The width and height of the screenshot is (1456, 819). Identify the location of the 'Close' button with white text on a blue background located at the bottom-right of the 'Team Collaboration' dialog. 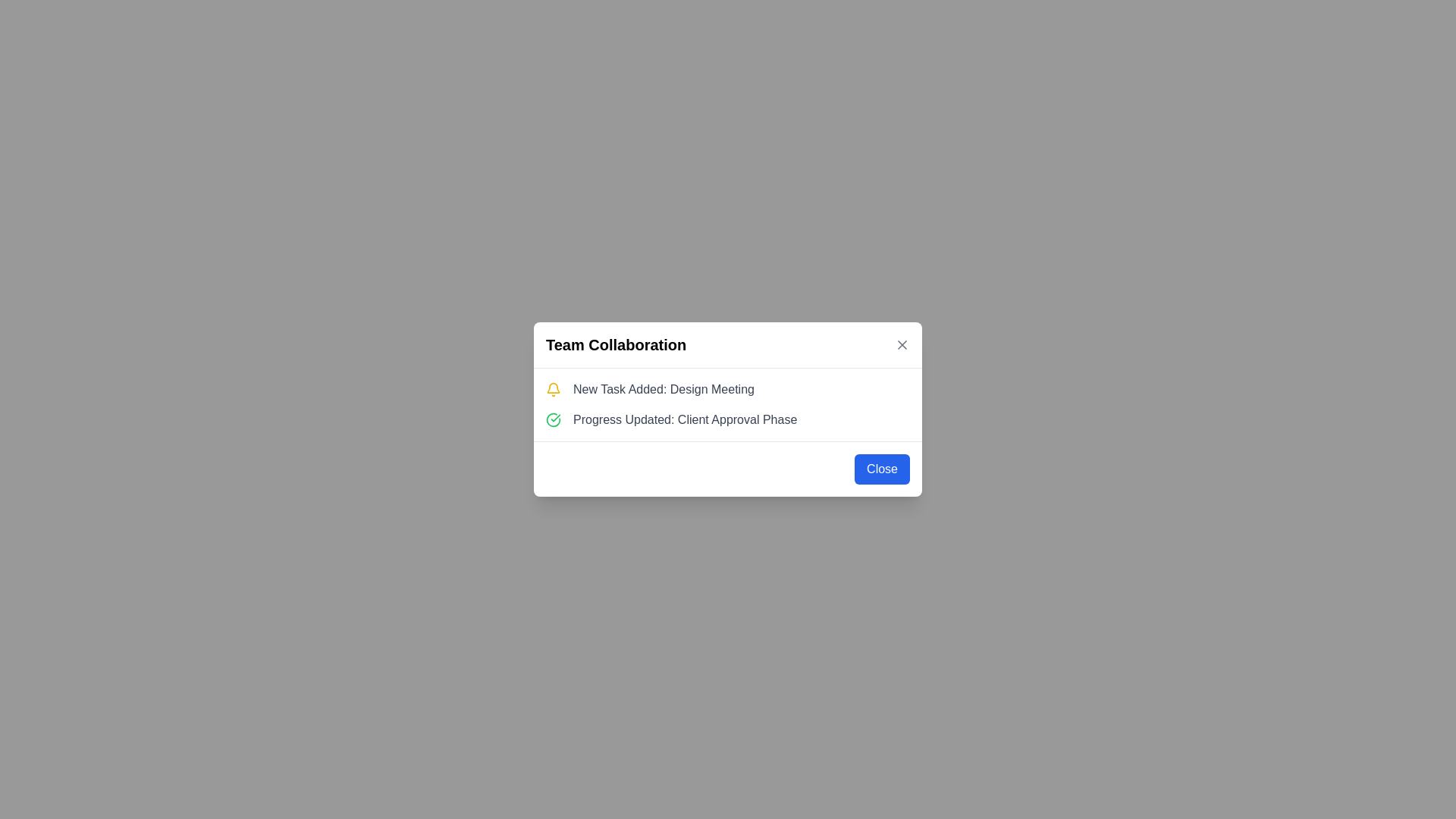
(882, 468).